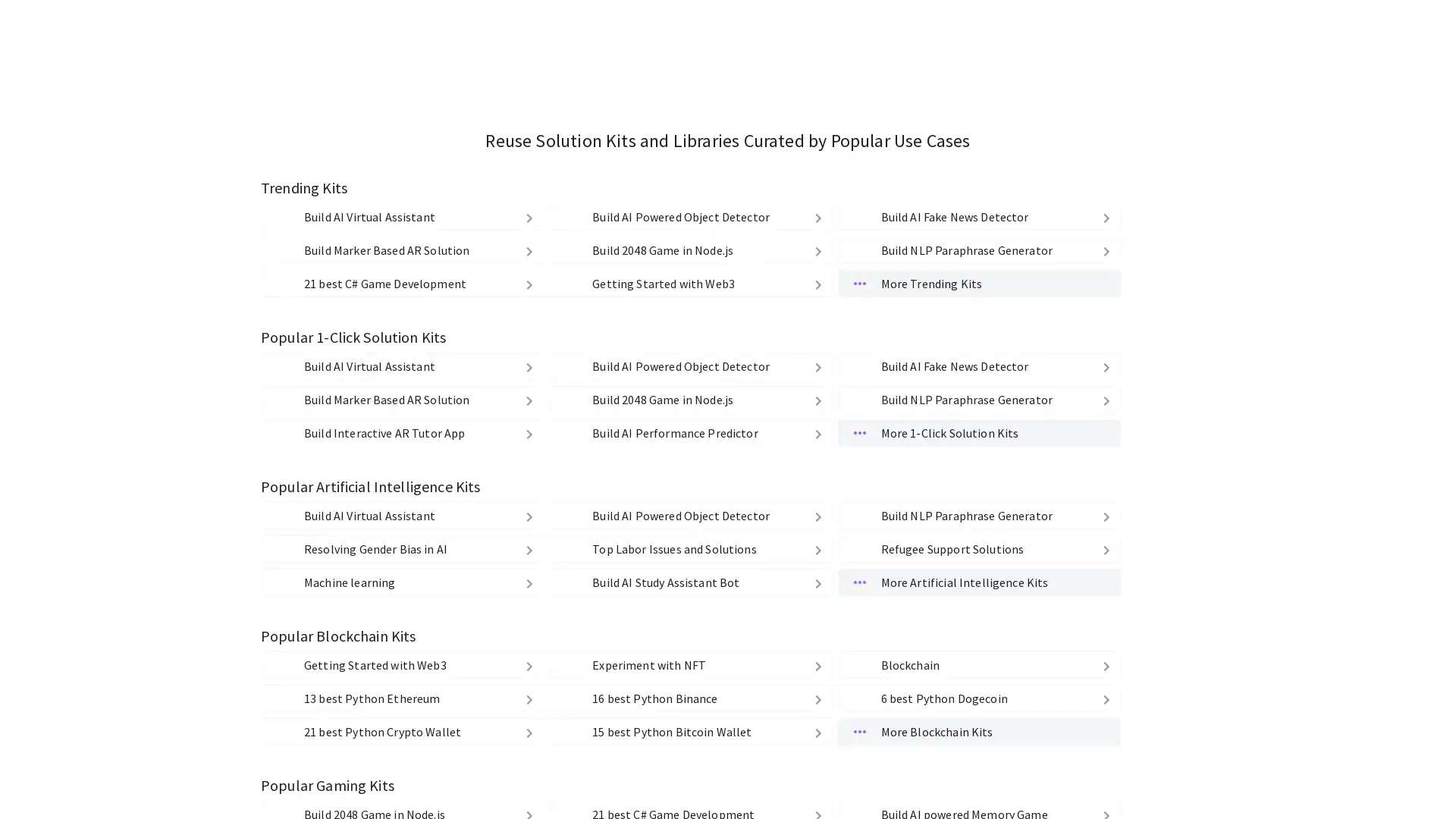  I want to click on kandi github, so click(1385, 52).